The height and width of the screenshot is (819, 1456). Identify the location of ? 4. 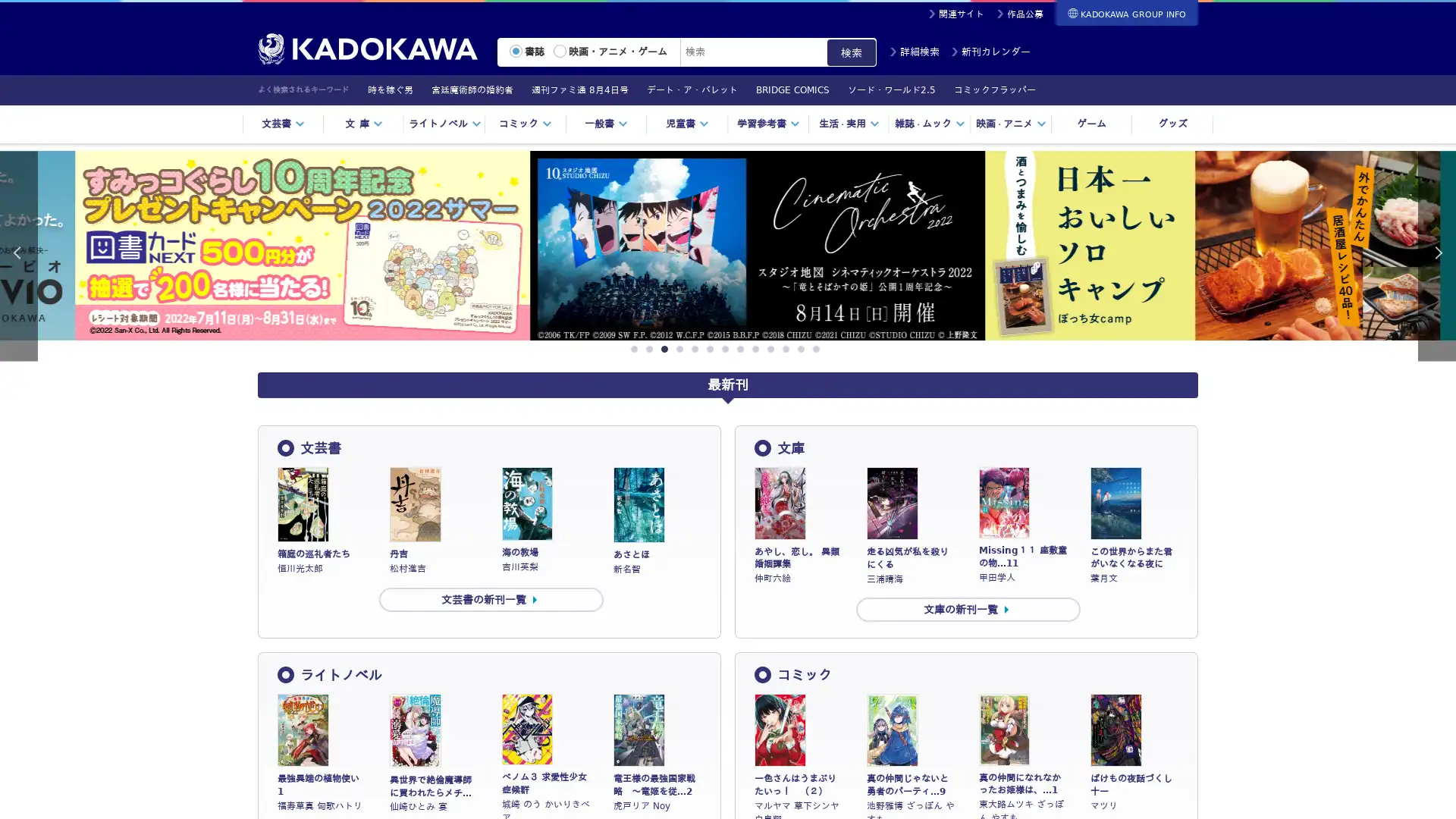
(778, 114).